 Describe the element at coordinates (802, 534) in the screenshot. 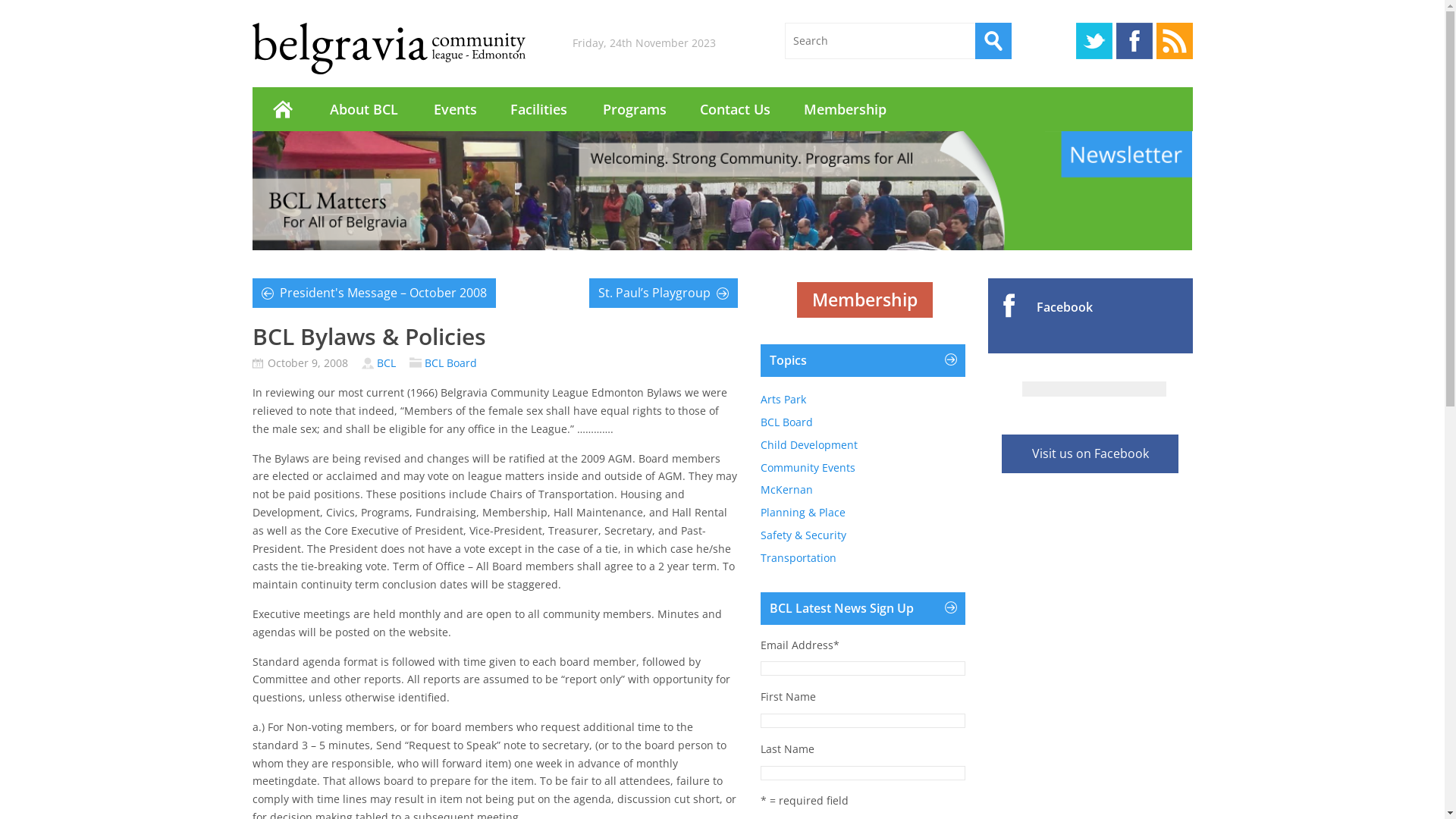

I see `'Safety & Security'` at that location.